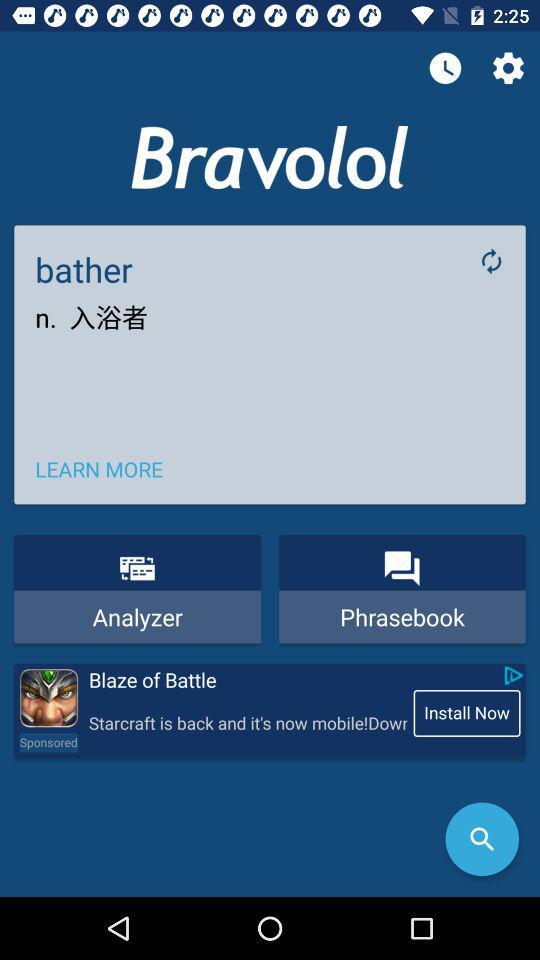  What do you see at coordinates (247, 722) in the screenshot?
I see `the starcraft is back` at bounding box center [247, 722].